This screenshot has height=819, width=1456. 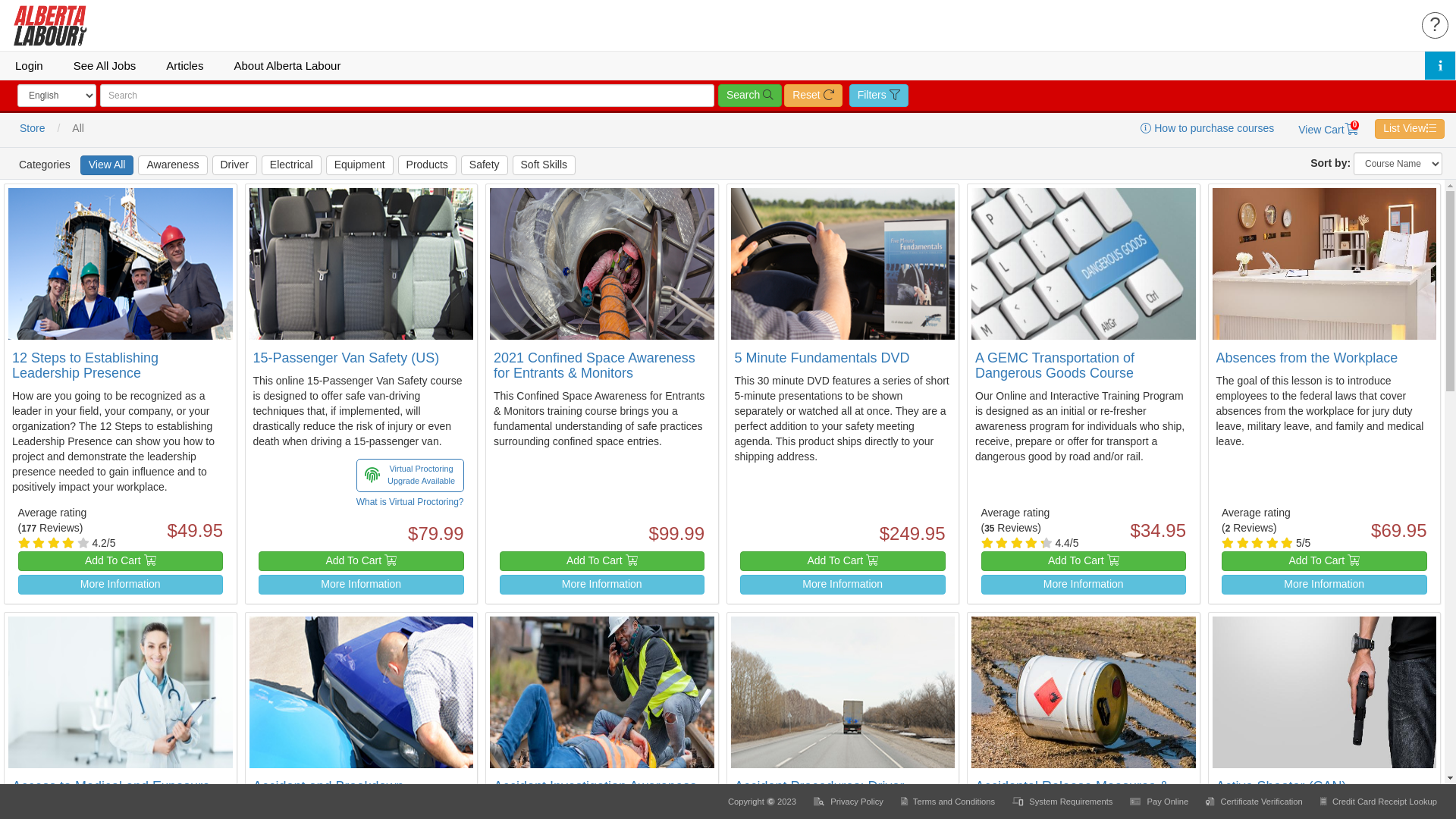 I want to click on 'Pay Online', so click(x=1159, y=800).